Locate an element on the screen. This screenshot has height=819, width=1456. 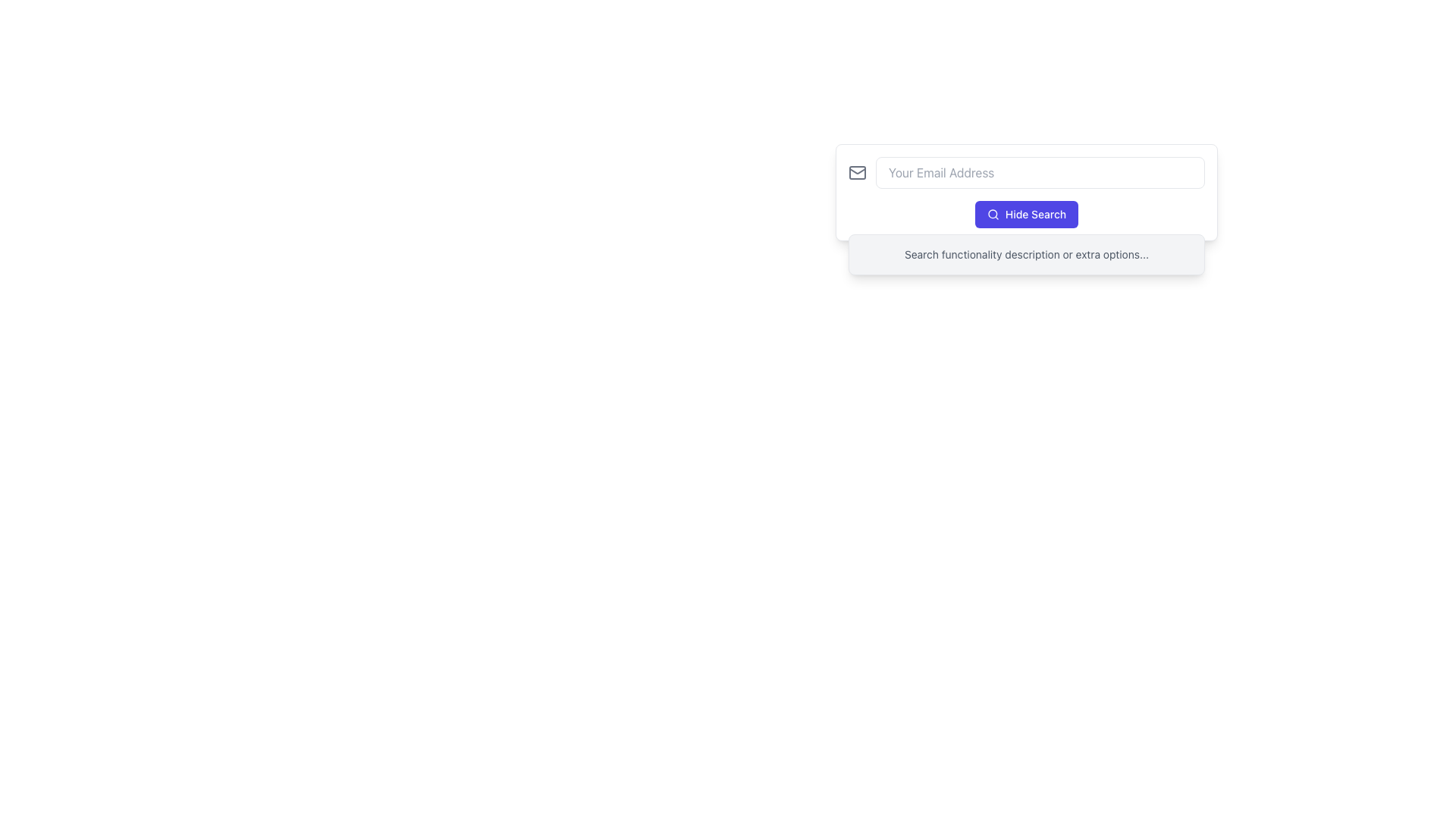
the informational tooltip or contextual hint box with rounded corners and gray background that contains the text 'Search functionality description or extra options...', located below the 'Hide Search' button is located at coordinates (1026, 253).